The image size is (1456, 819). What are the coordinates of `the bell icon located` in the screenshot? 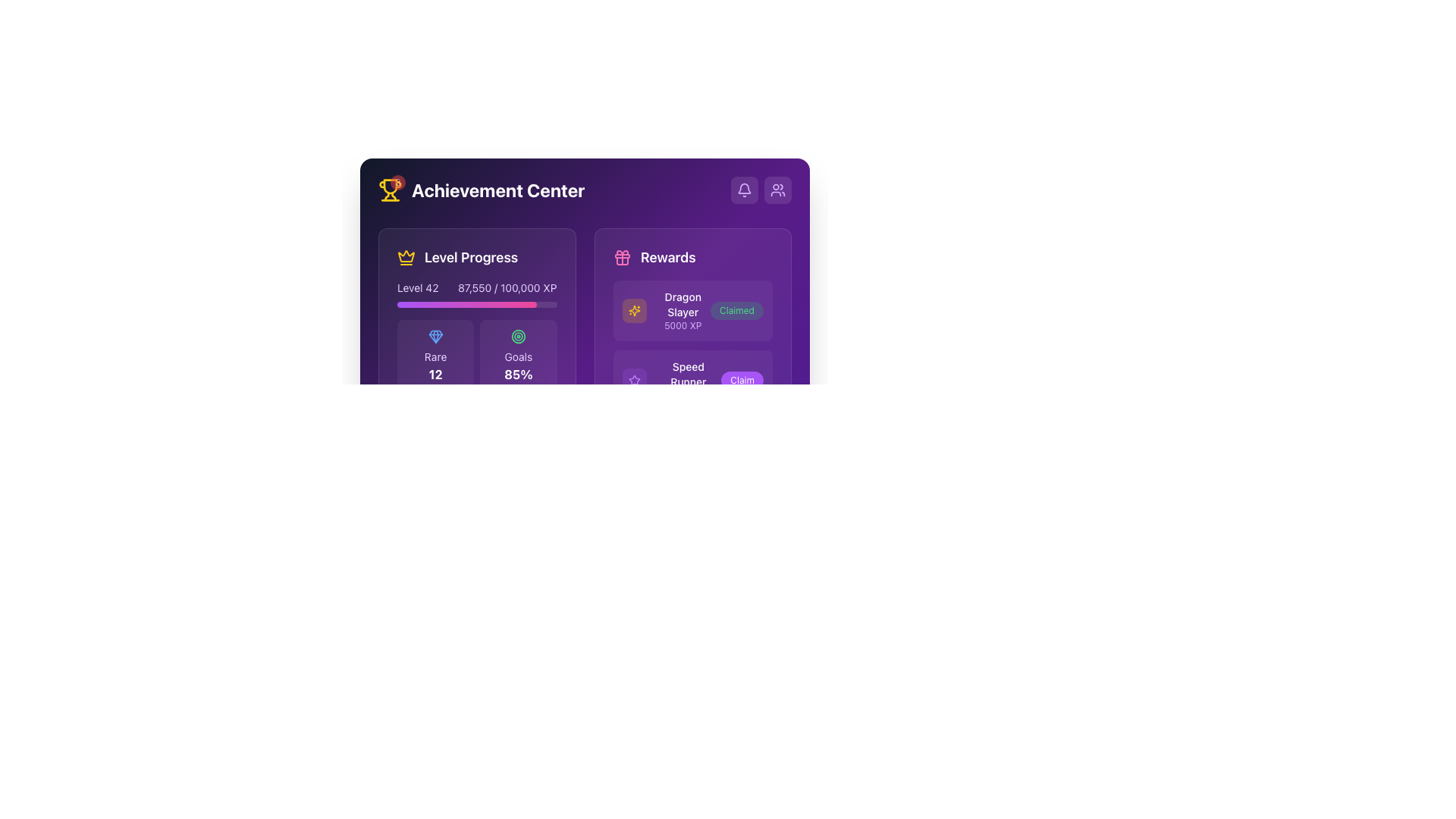 It's located at (745, 187).